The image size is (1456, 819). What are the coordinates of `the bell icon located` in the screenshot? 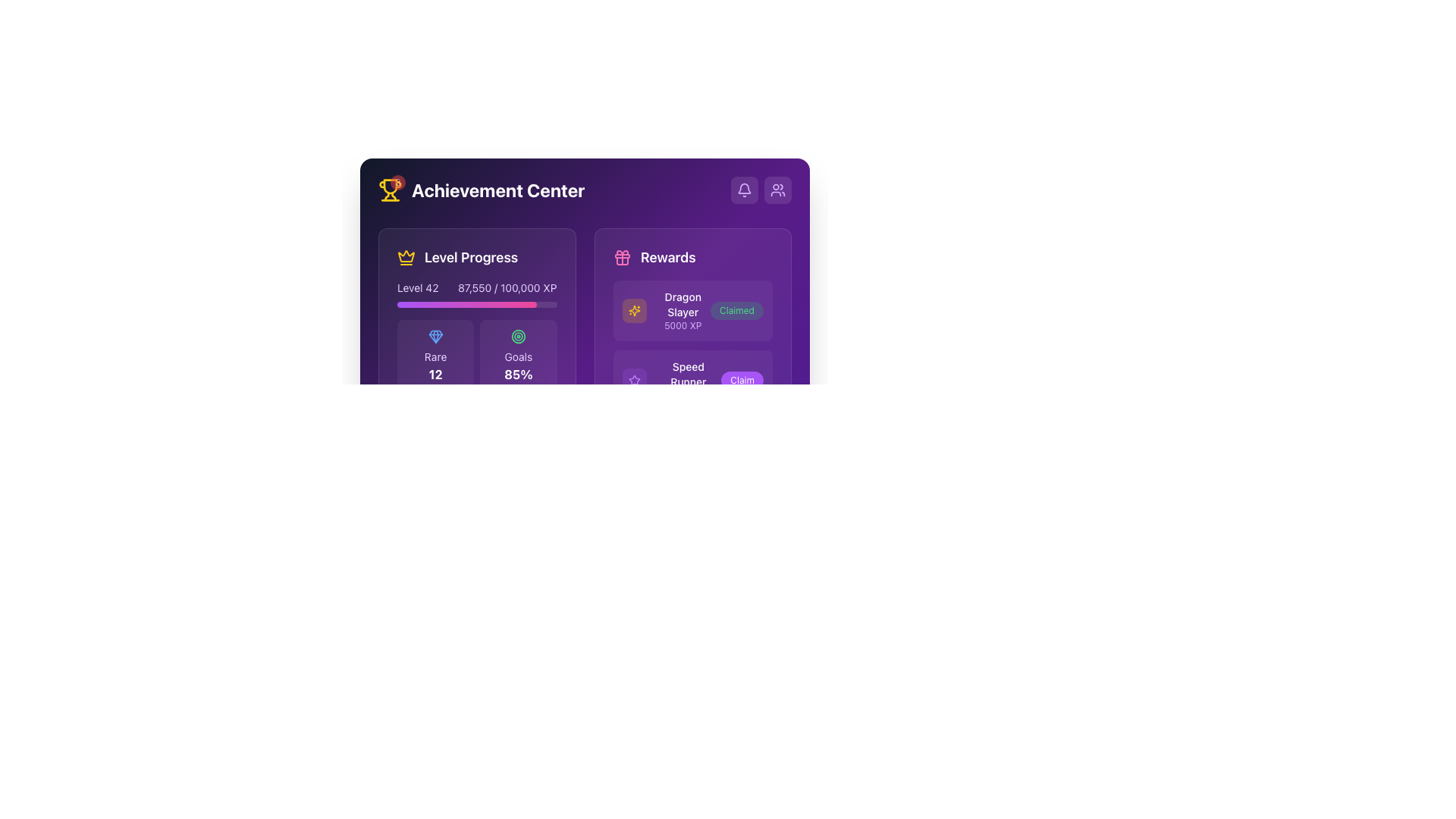 It's located at (745, 187).